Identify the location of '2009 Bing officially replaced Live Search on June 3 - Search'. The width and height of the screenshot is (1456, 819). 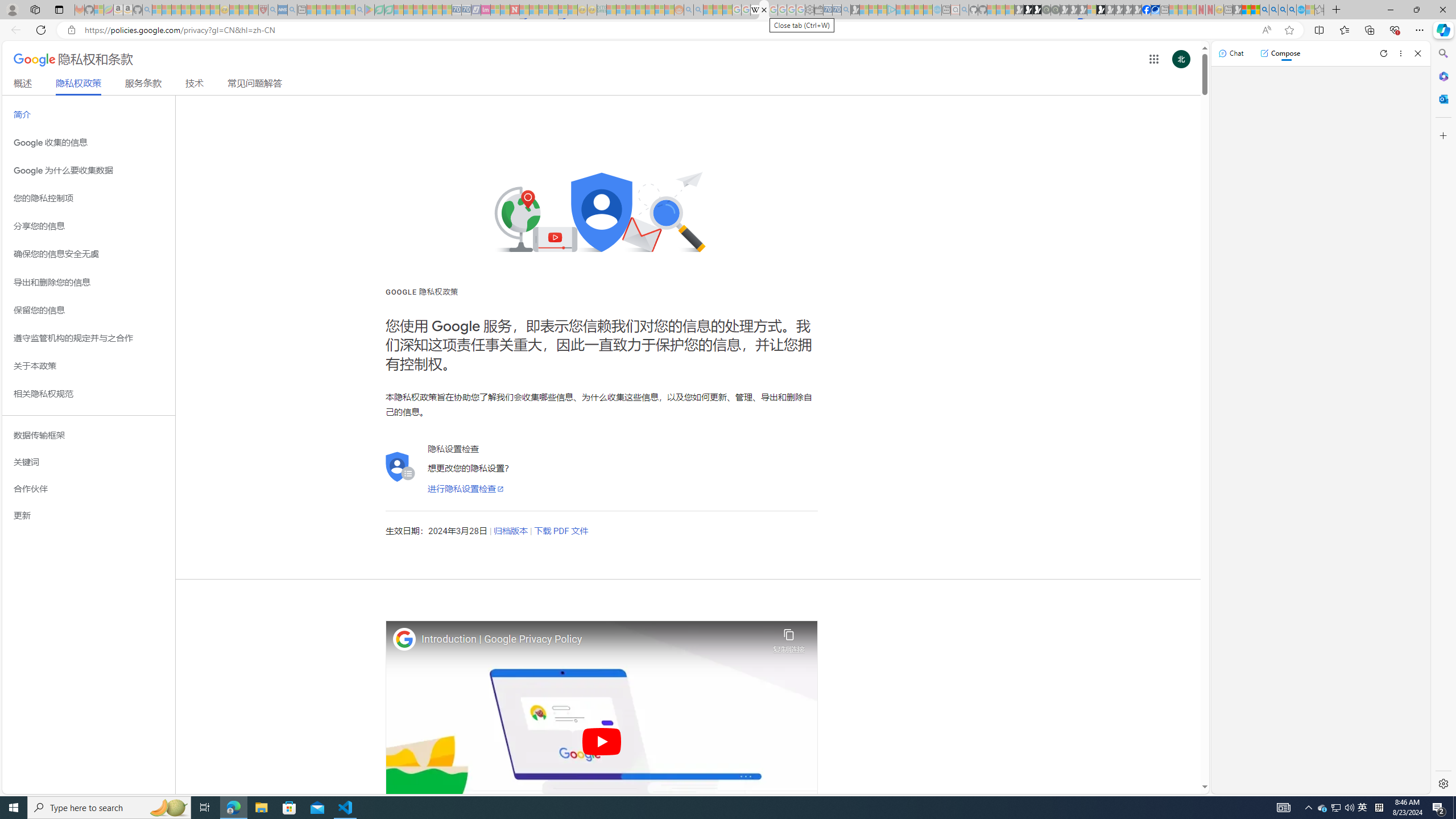
(1272, 9).